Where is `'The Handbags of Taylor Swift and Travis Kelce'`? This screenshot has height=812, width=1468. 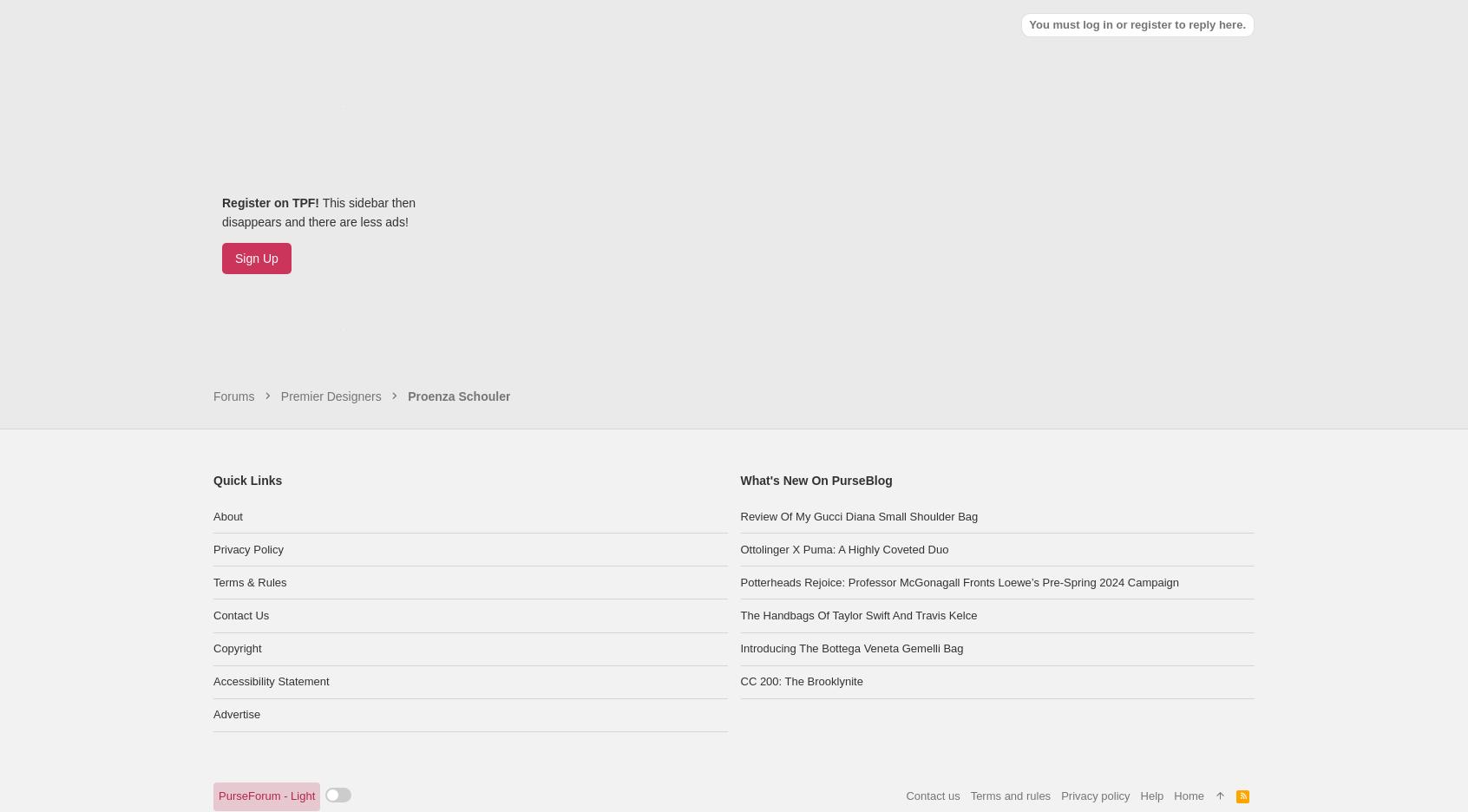
'The Handbags of Taylor Swift and Travis Kelce' is located at coordinates (857, 529).